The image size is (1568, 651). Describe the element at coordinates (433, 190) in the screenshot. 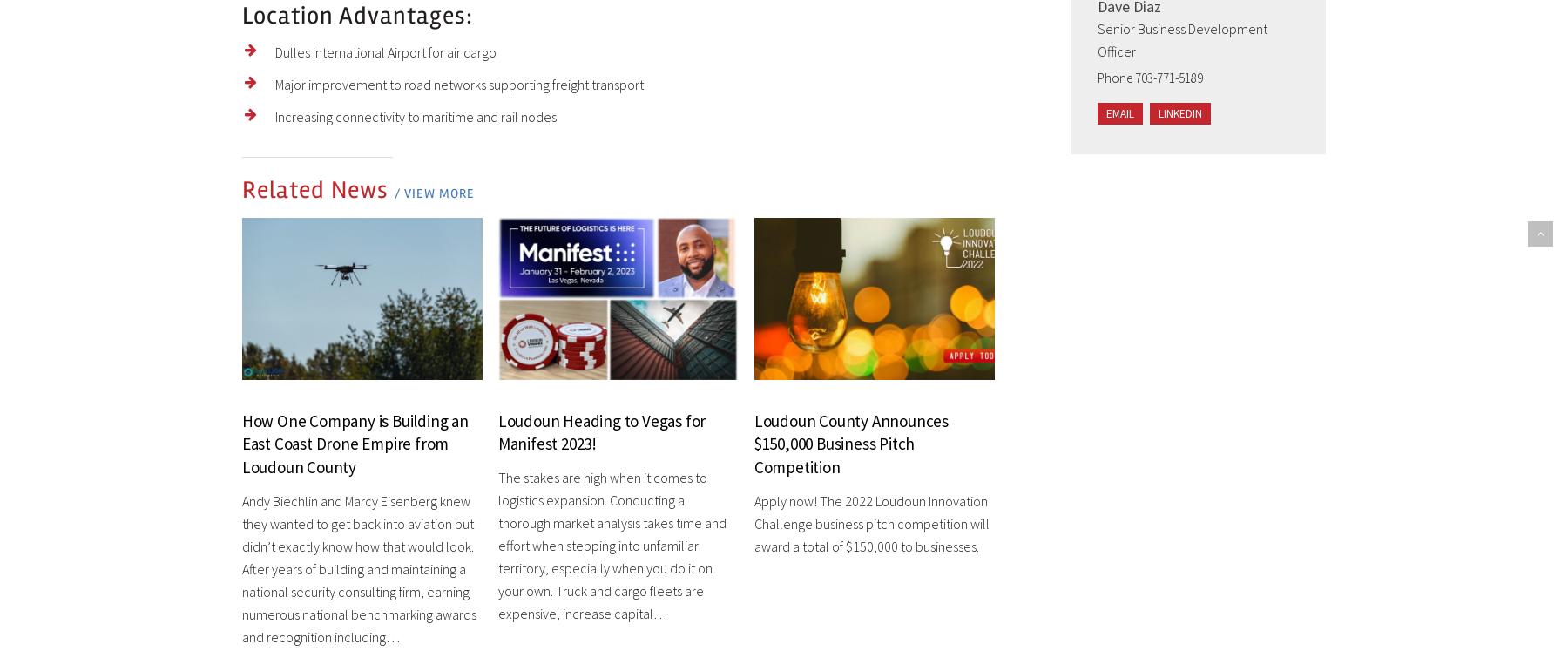

I see `'/ View More'` at that location.